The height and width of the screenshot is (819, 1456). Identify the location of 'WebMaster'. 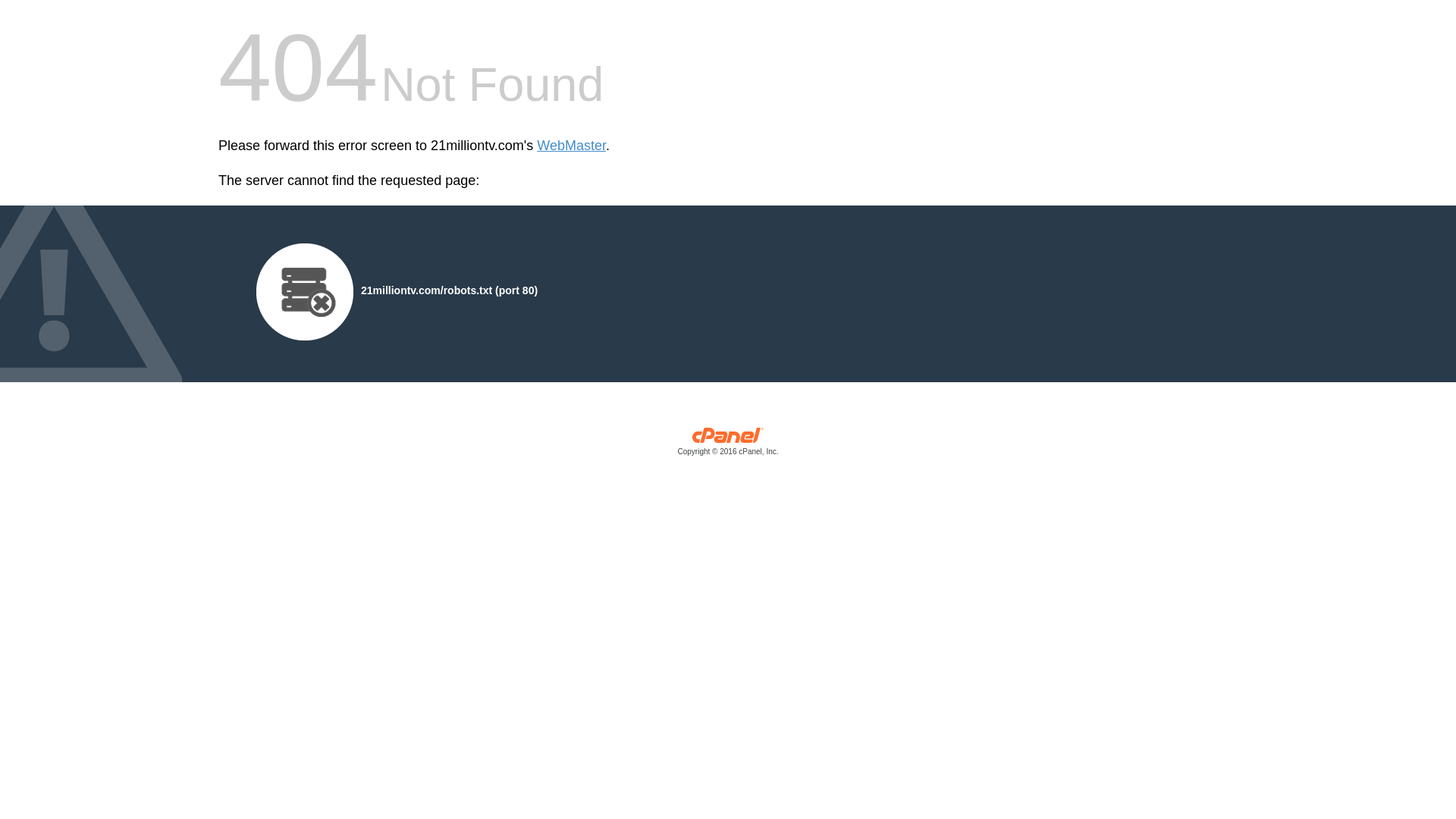
(570, 146).